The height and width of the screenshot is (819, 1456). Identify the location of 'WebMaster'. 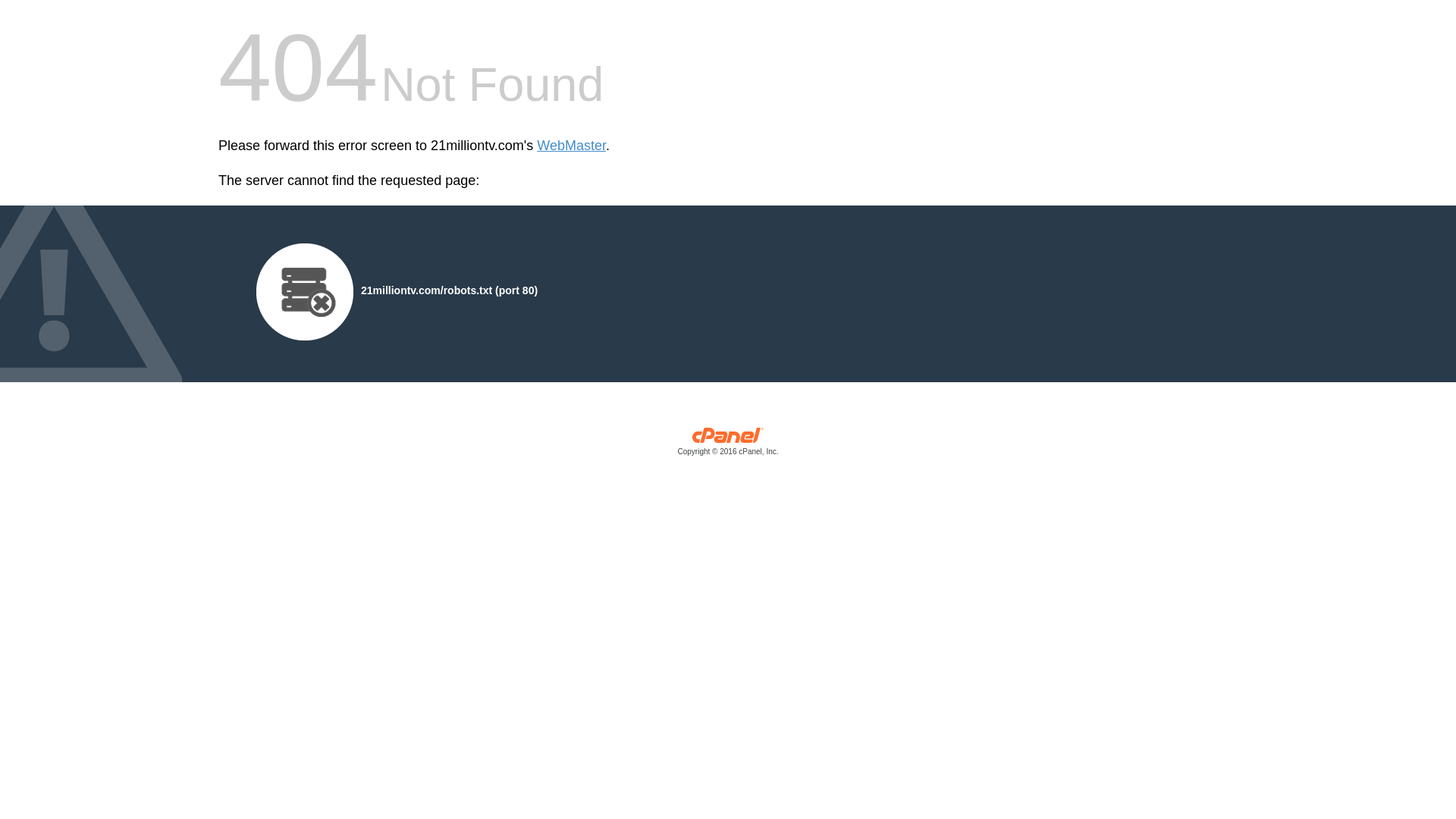
(570, 146).